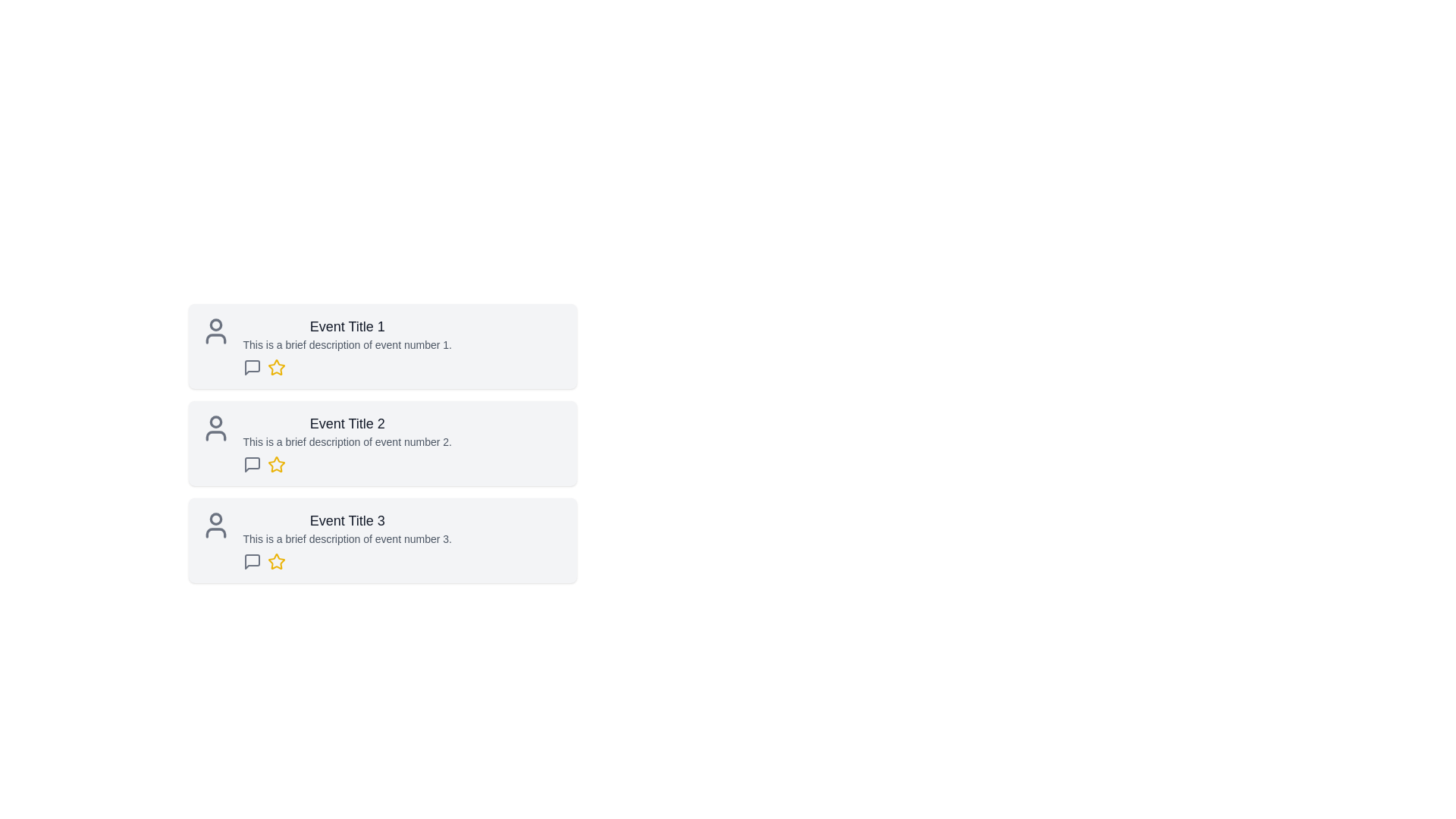  I want to click on the upper circular component of the user-avatar icon preceding the entry for 'Event Title 2' in the list, so click(215, 422).